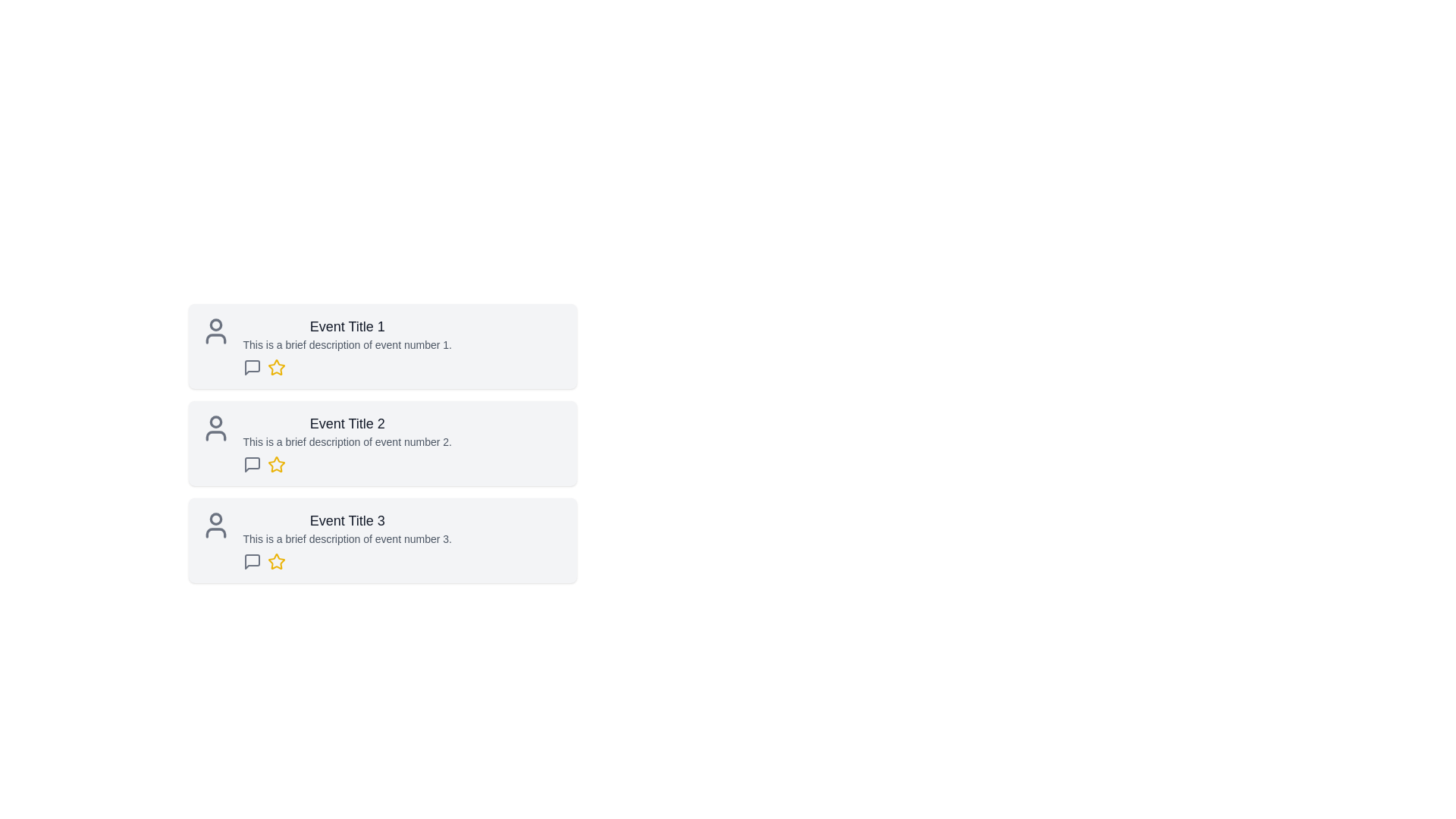  I want to click on the upper circular component of the user-avatar icon preceding the entry for 'Event Title 2' in the list, so click(215, 422).